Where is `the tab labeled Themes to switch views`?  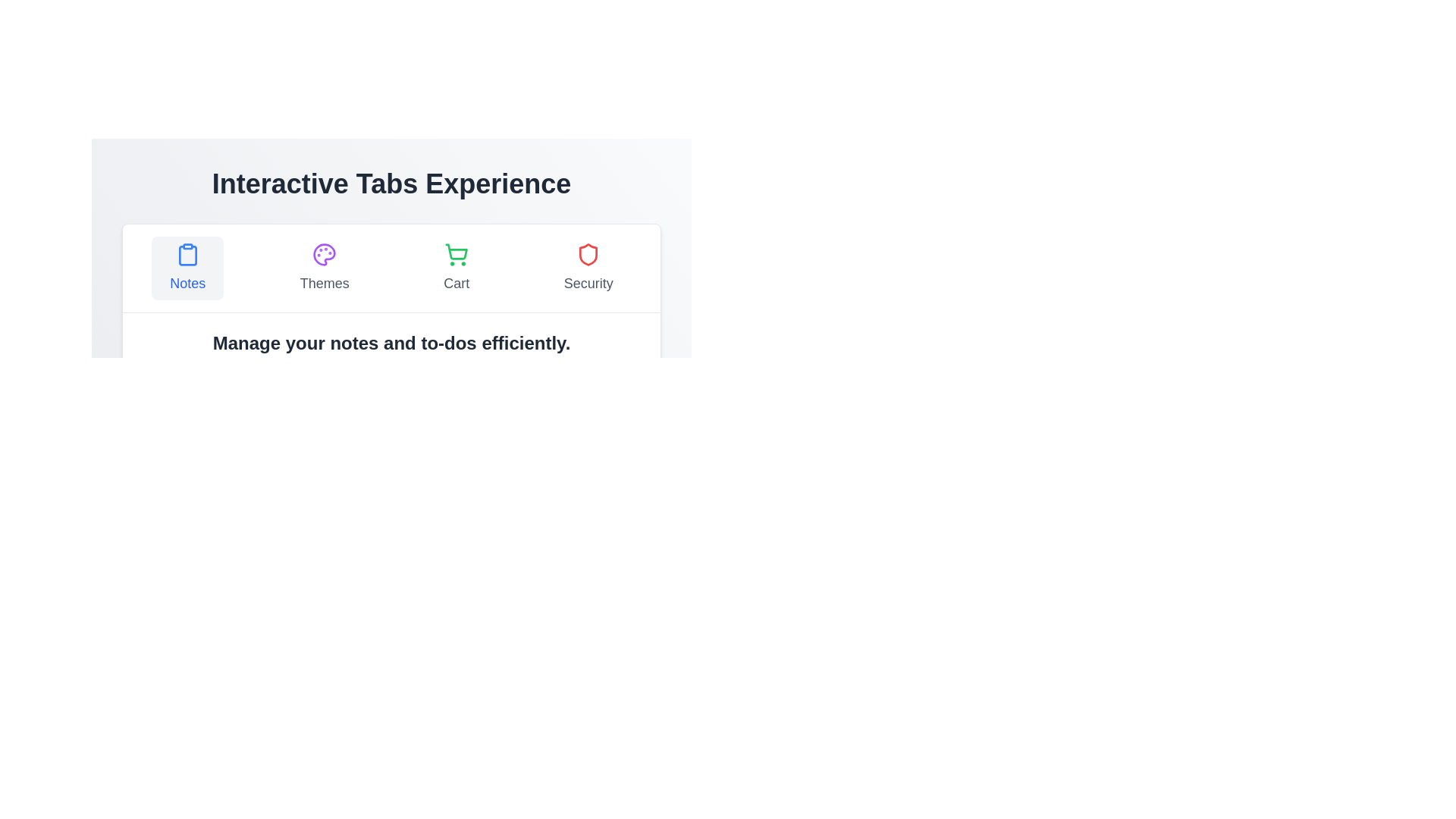 the tab labeled Themes to switch views is located at coordinates (324, 268).